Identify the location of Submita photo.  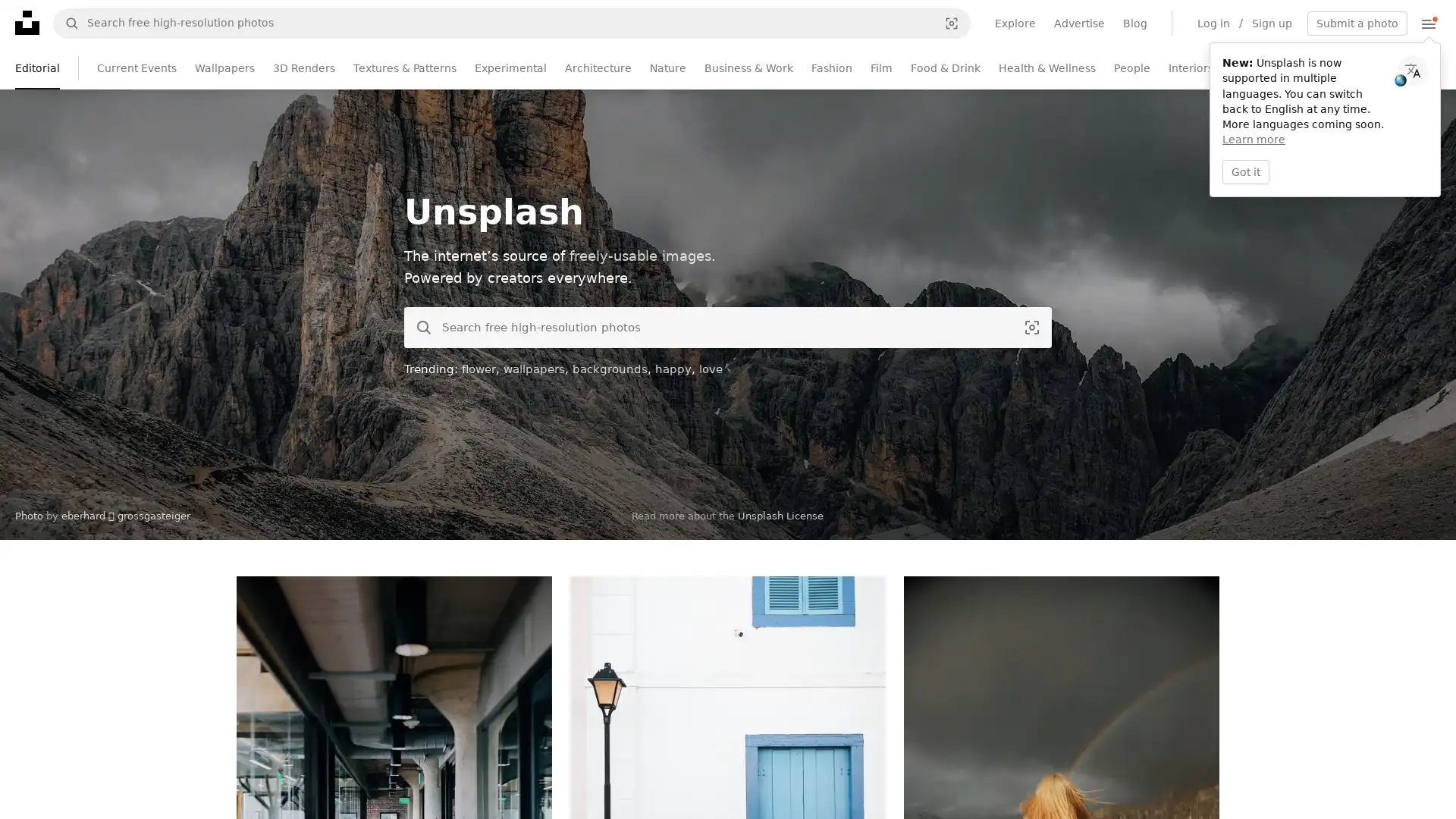
(1357, 23).